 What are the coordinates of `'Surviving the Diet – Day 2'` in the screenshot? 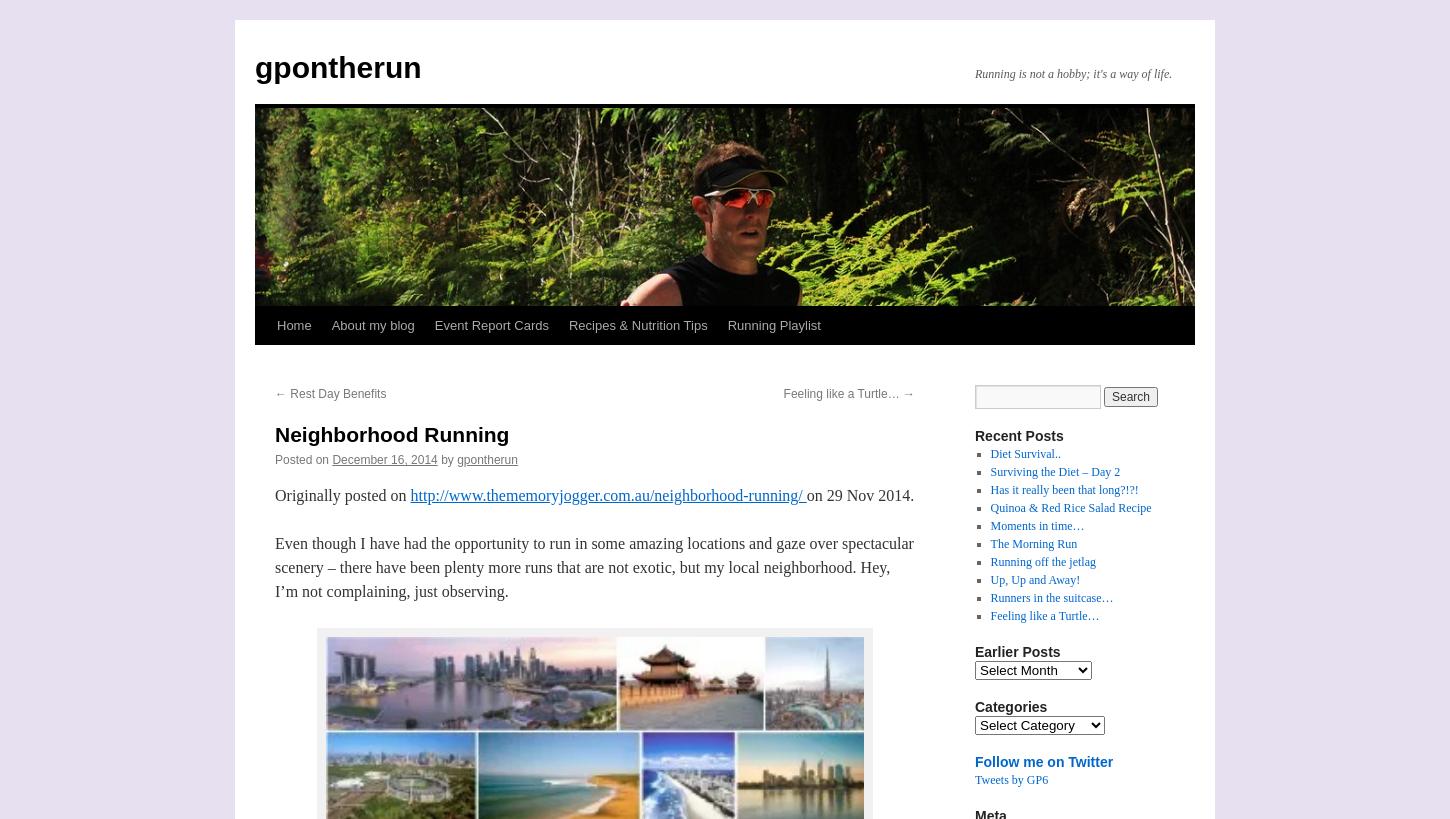 It's located at (1055, 470).